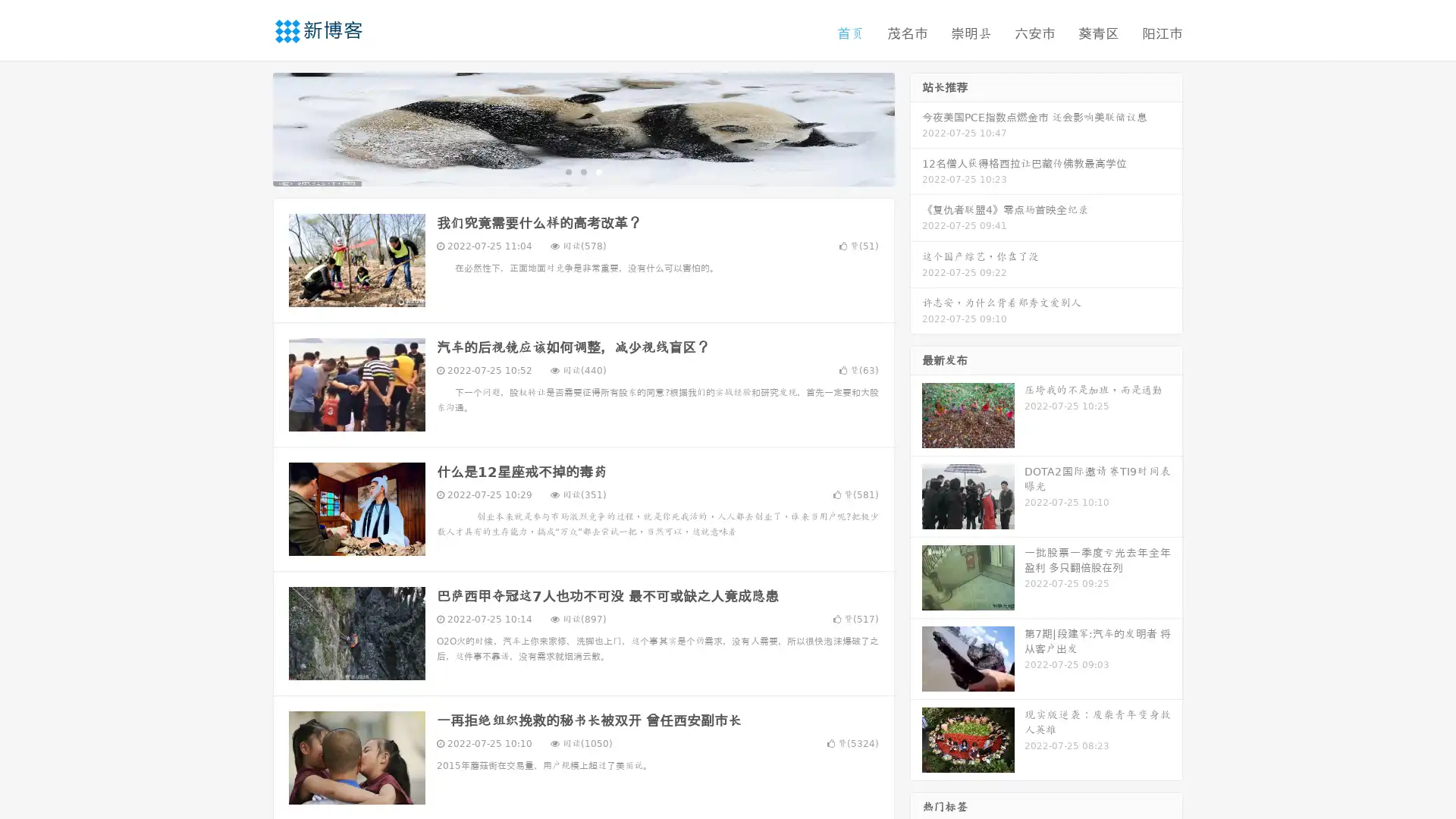  Describe the element at coordinates (567, 171) in the screenshot. I see `Go to slide 1` at that location.